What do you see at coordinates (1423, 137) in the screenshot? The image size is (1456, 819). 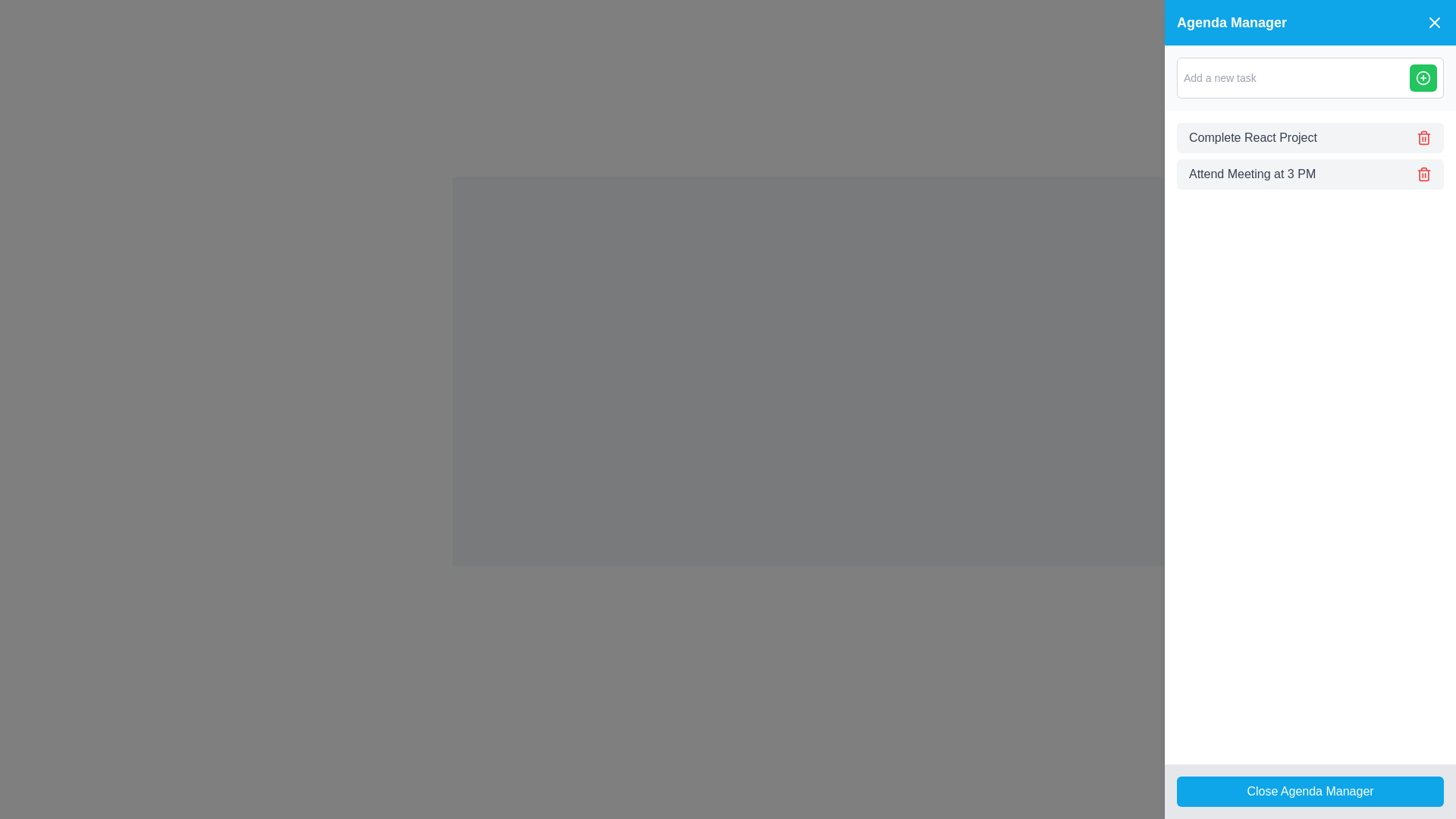 I see `the red trash can icon button adjacent to the task item labeled 'Complete React Project'` at bounding box center [1423, 137].